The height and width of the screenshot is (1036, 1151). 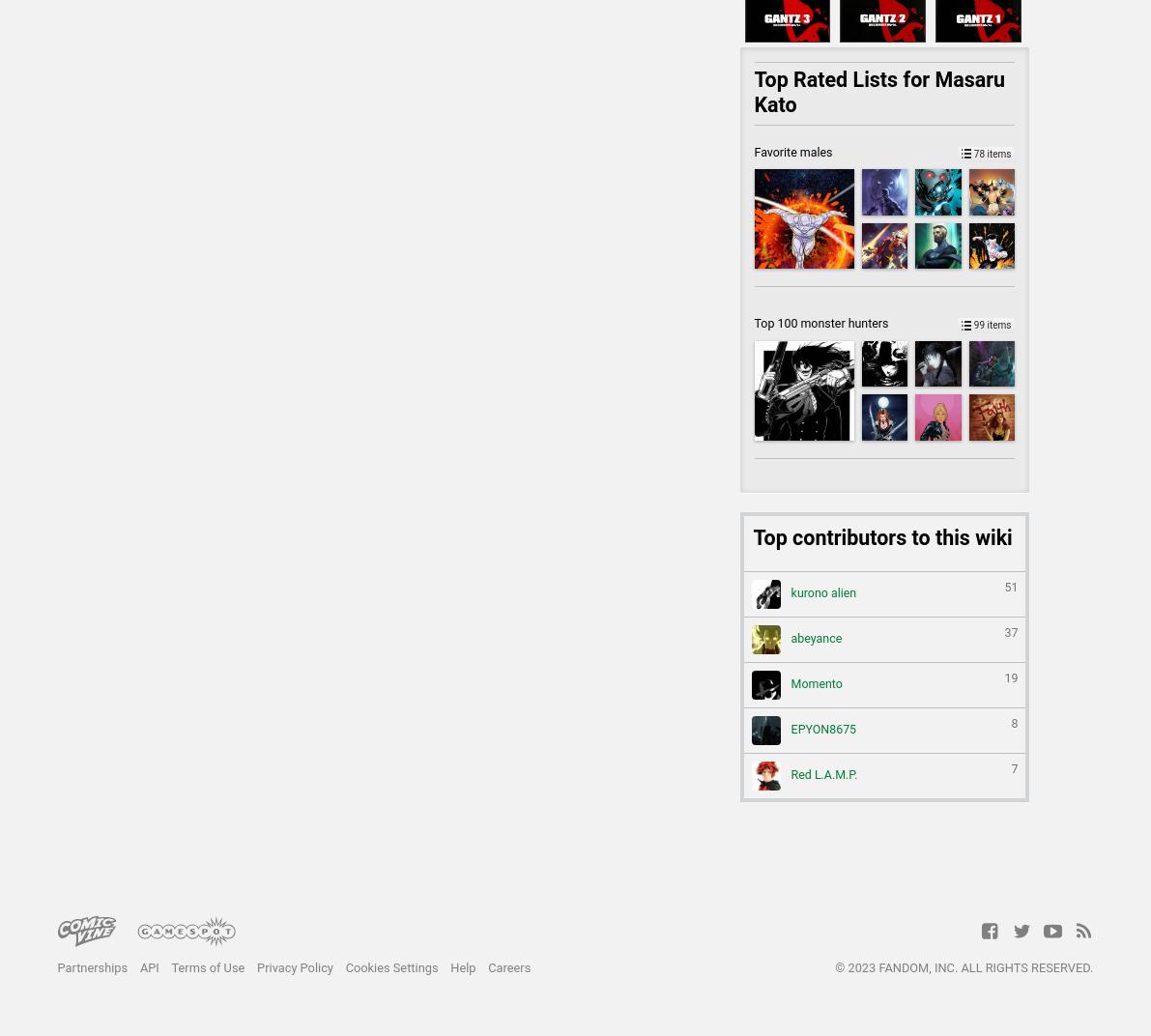 I want to click on '51', so click(x=1004, y=586).